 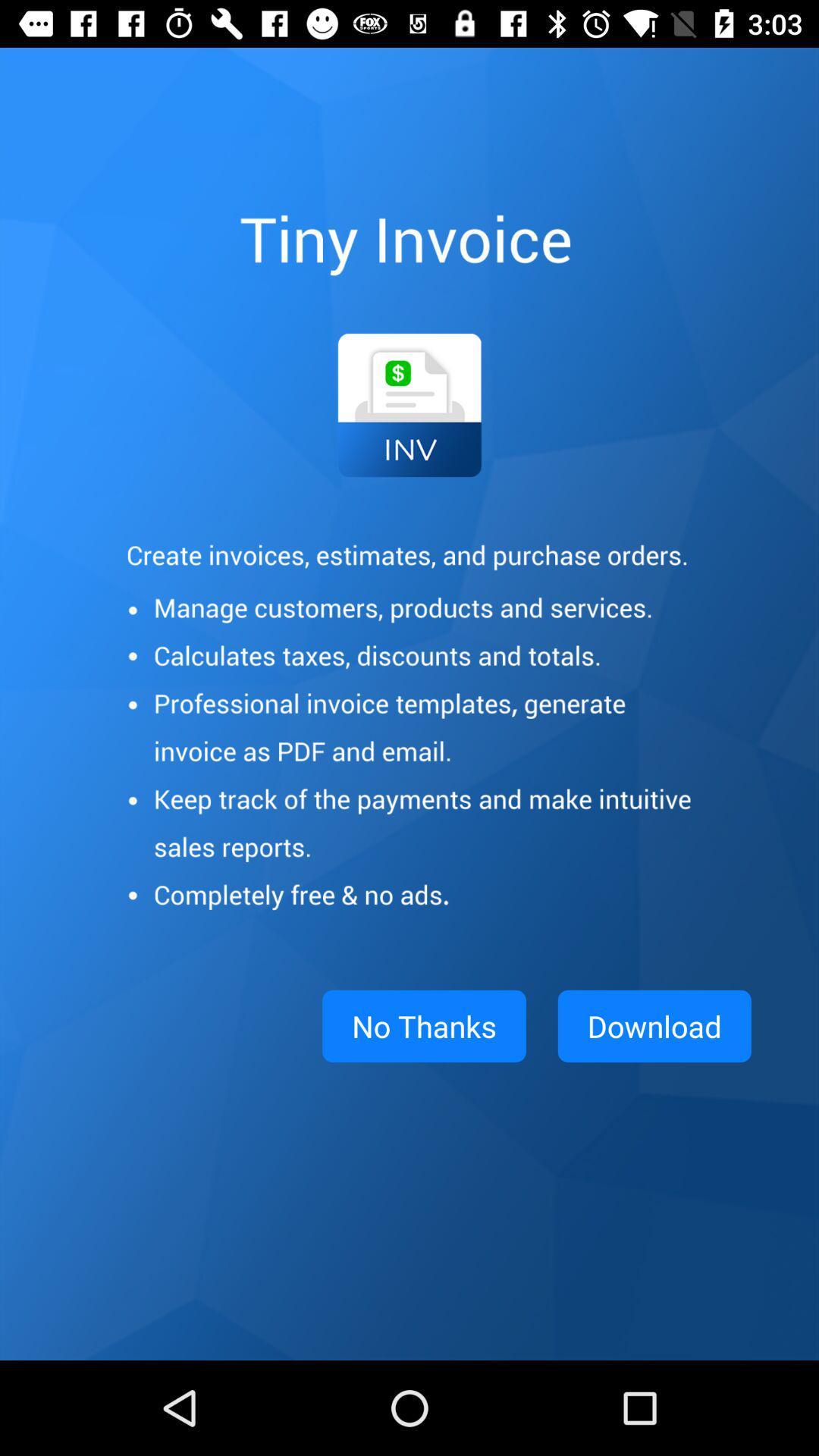 What do you see at coordinates (424, 1026) in the screenshot?
I see `app to the left of download item` at bounding box center [424, 1026].